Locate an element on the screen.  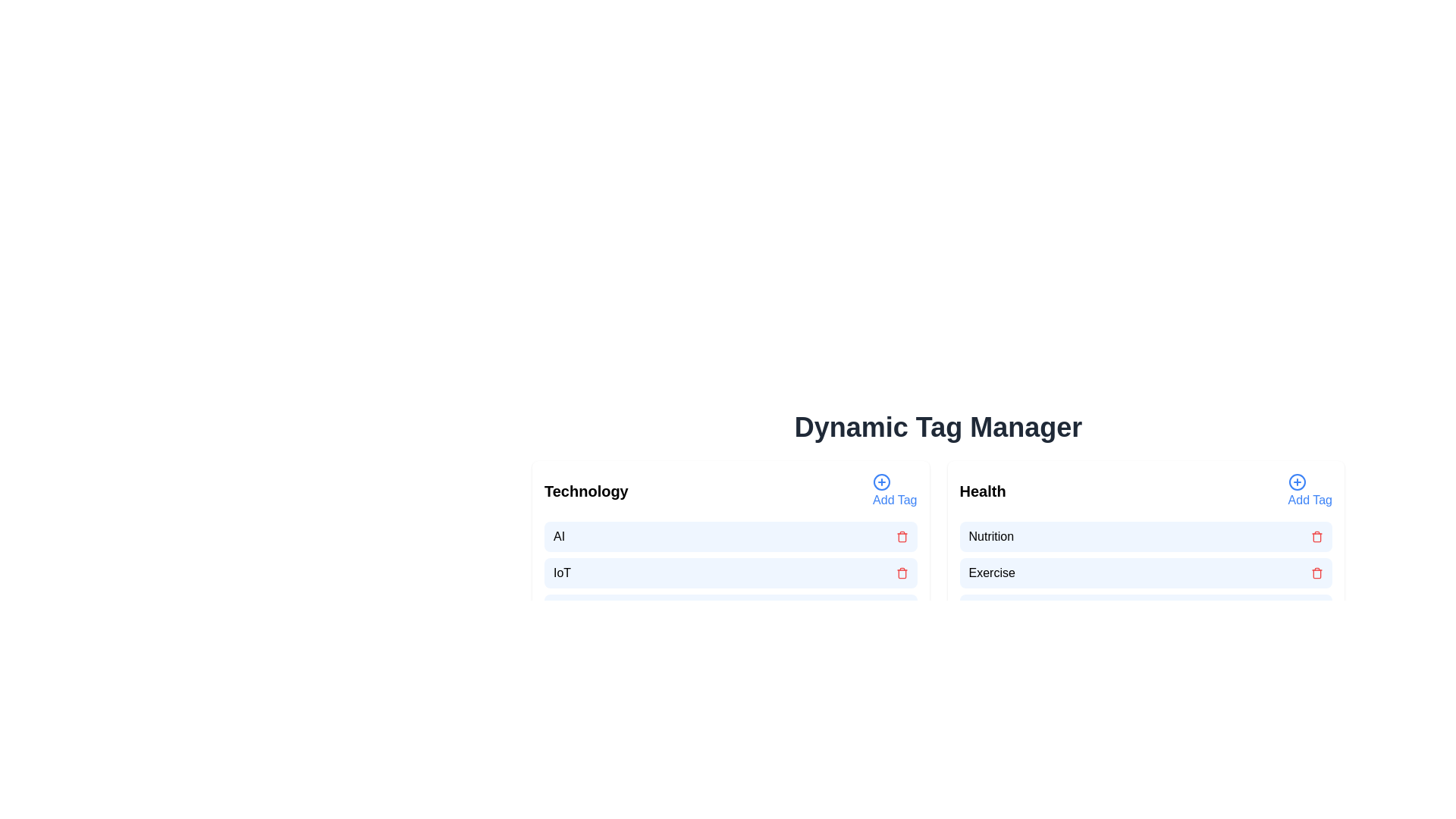
the icon button located in the top-right corner of the 'Health' card is located at coordinates (1295, 482).